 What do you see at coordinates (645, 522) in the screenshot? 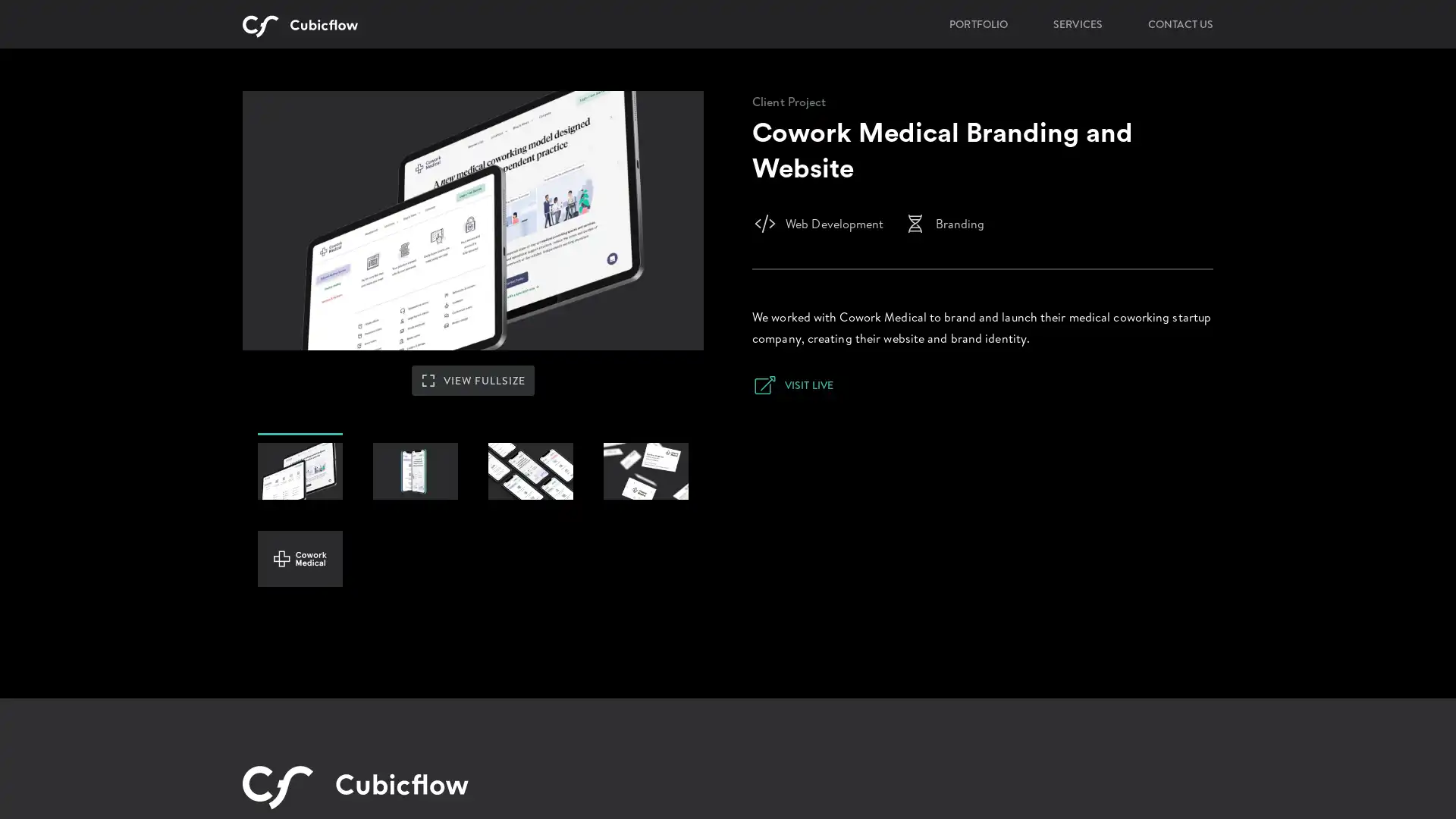
I see `#` at bounding box center [645, 522].